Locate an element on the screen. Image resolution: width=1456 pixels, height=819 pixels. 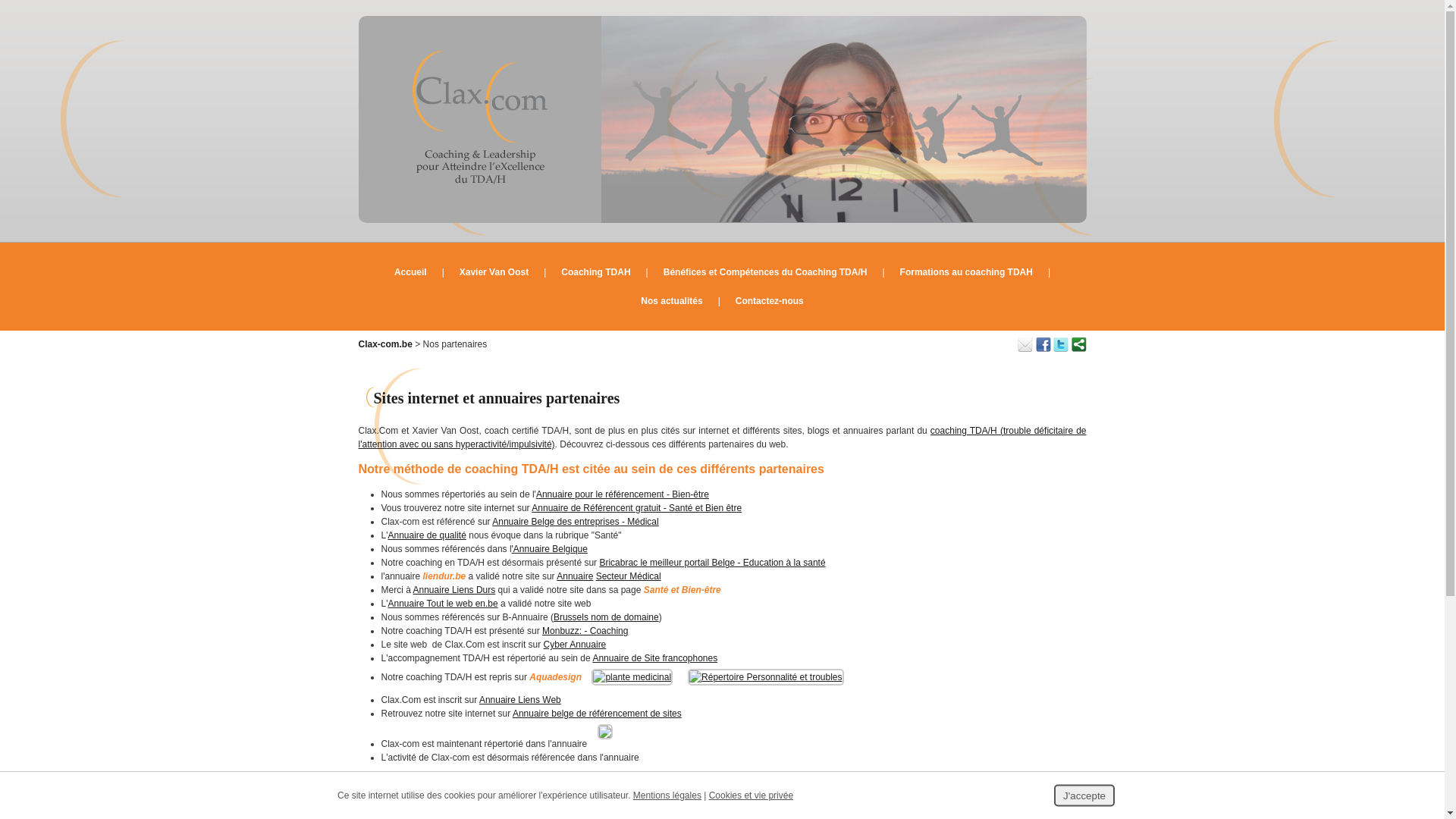
'Xavier Van Oost' is located at coordinates (494, 271).